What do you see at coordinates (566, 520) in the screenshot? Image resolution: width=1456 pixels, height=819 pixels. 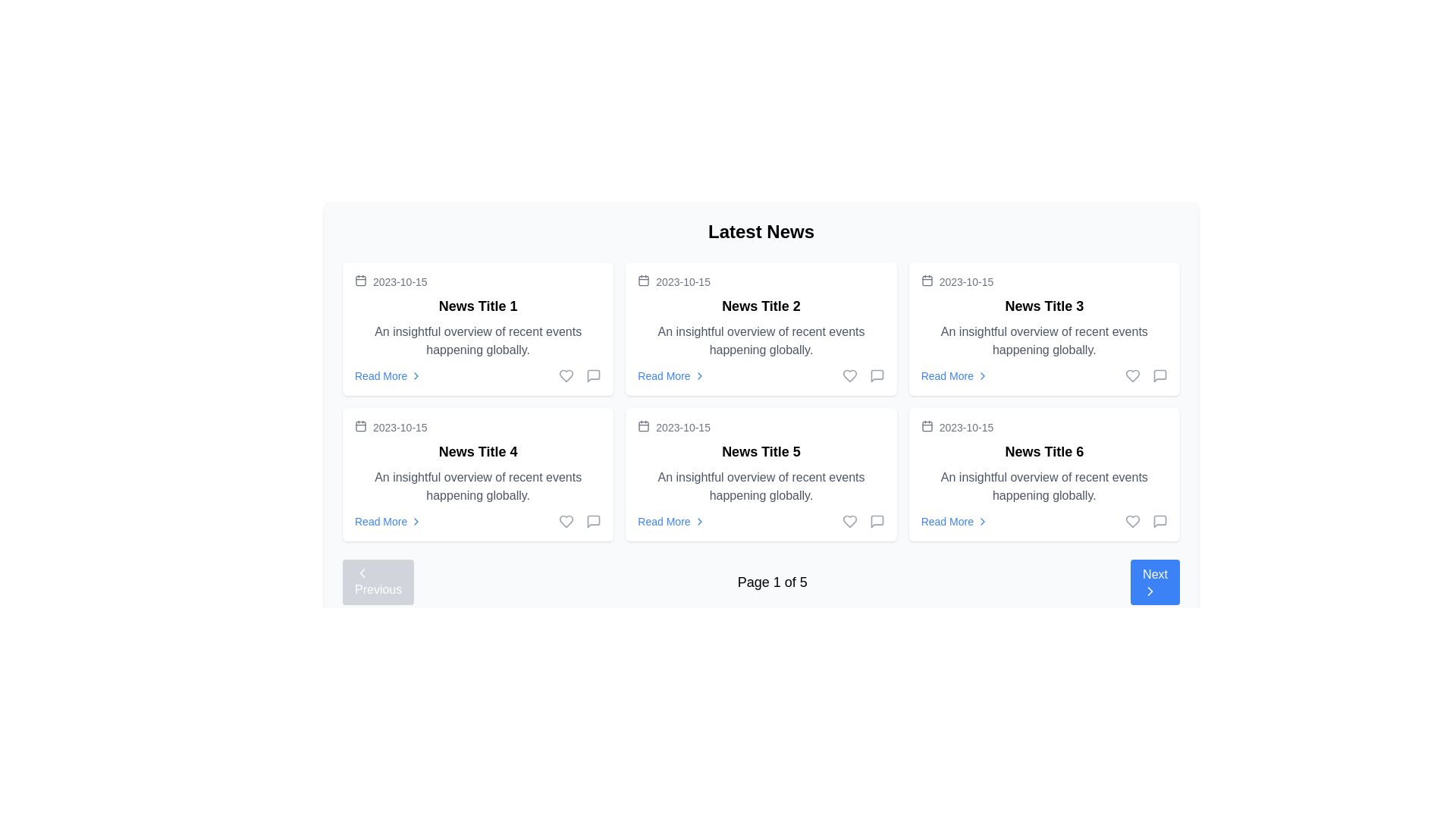 I see `the heart icon located in the bottom-right section of the card corresponding to 'News Title 4'` at bounding box center [566, 520].